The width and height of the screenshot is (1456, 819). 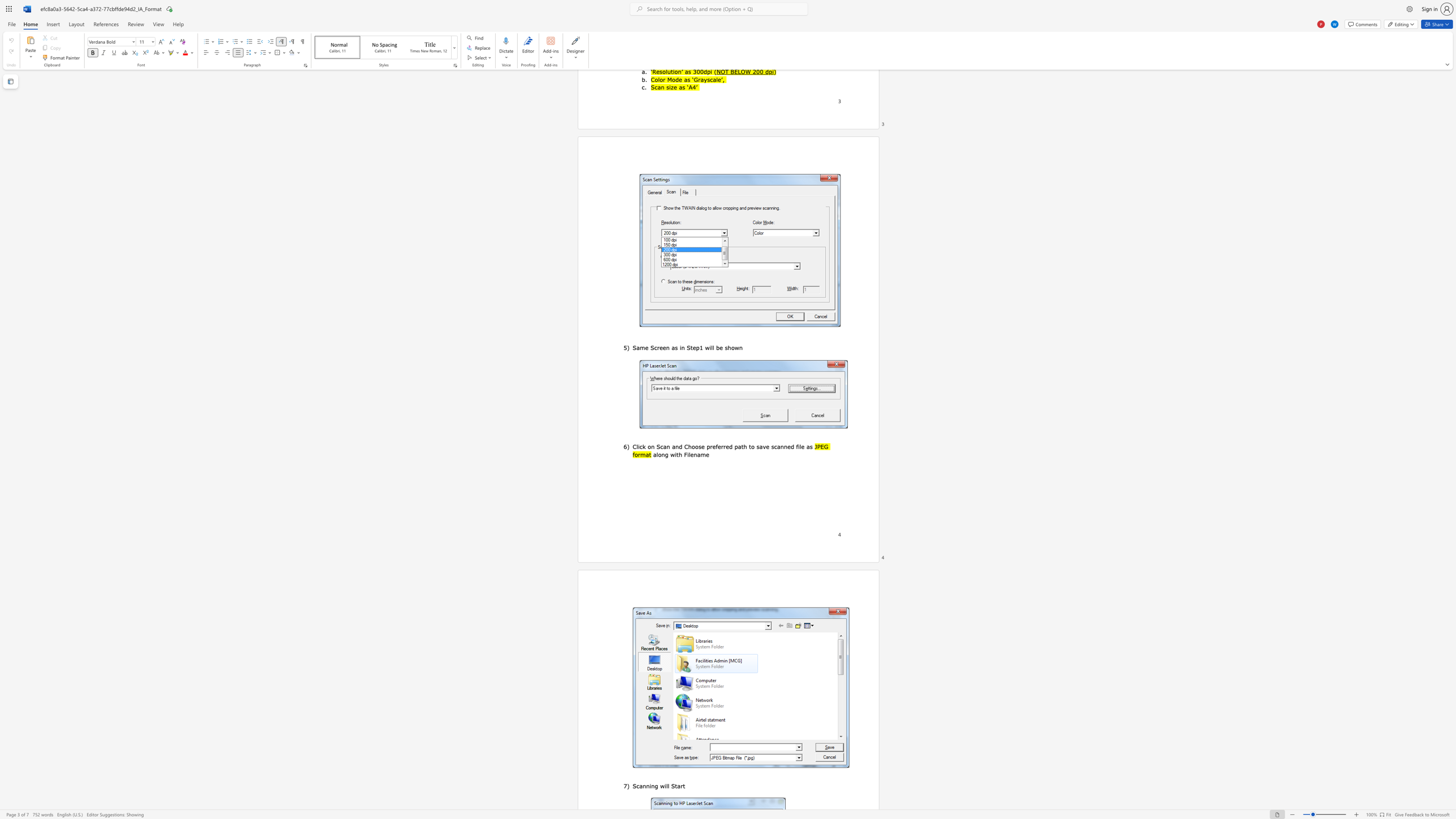 I want to click on the subset text "rmat" within the text "JPEG format", so click(x=638, y=454).